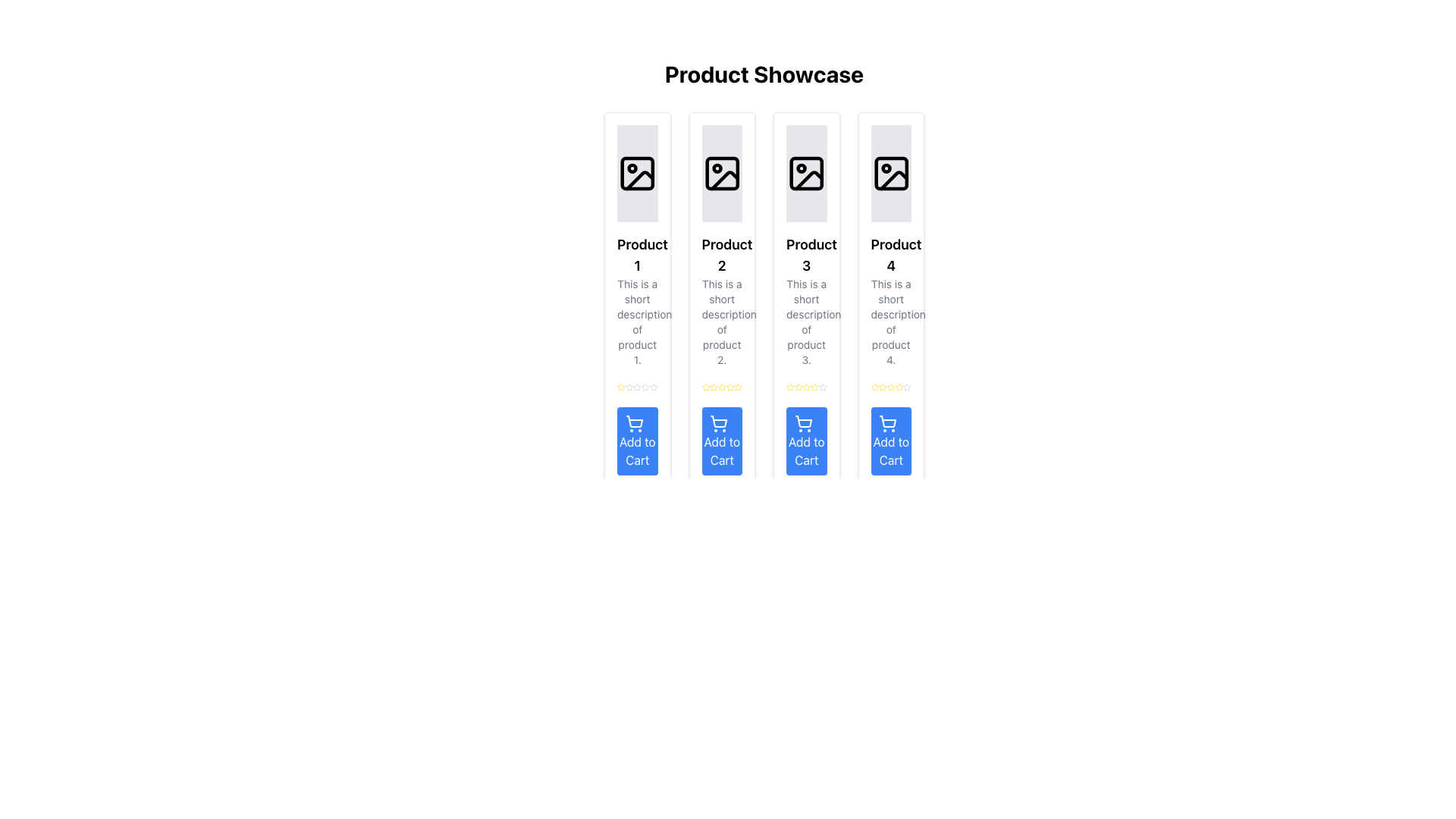  Describe the element at coordinates (899, 386) in the screenshot. I see `leftmost star icon representing one rating point for 'Product 4' in the rating section of the product card` at that location.